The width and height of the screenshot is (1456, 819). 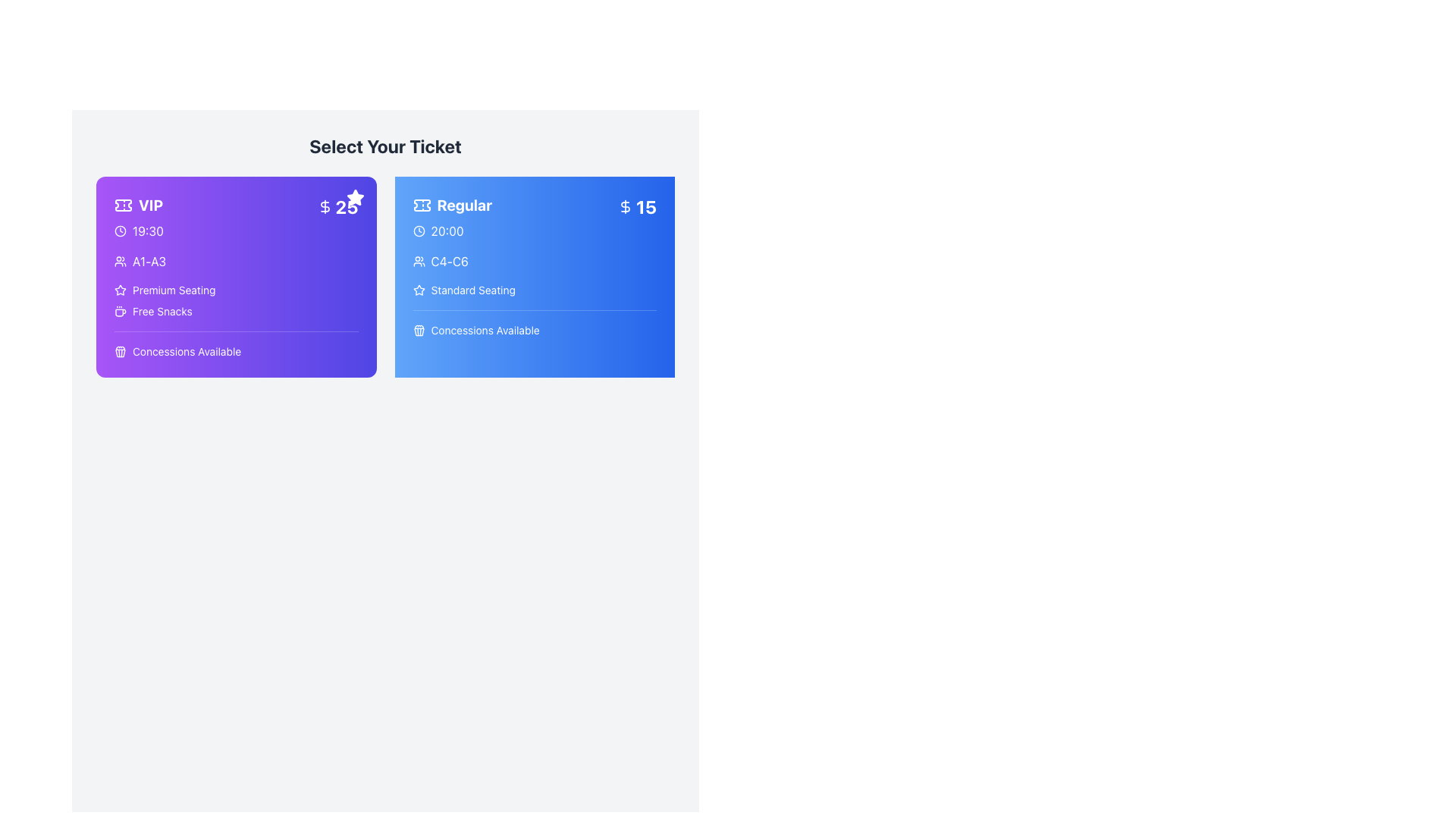 What do you see at coordinates (449, 260) in the screenshot?
I see `text content of the 'Regular' ticket seat information label located below the time (20:00) and above the 'Standard Seating' label, which is aligned next to a small graphical icon of a group of people` at bounding box center [449, 260].